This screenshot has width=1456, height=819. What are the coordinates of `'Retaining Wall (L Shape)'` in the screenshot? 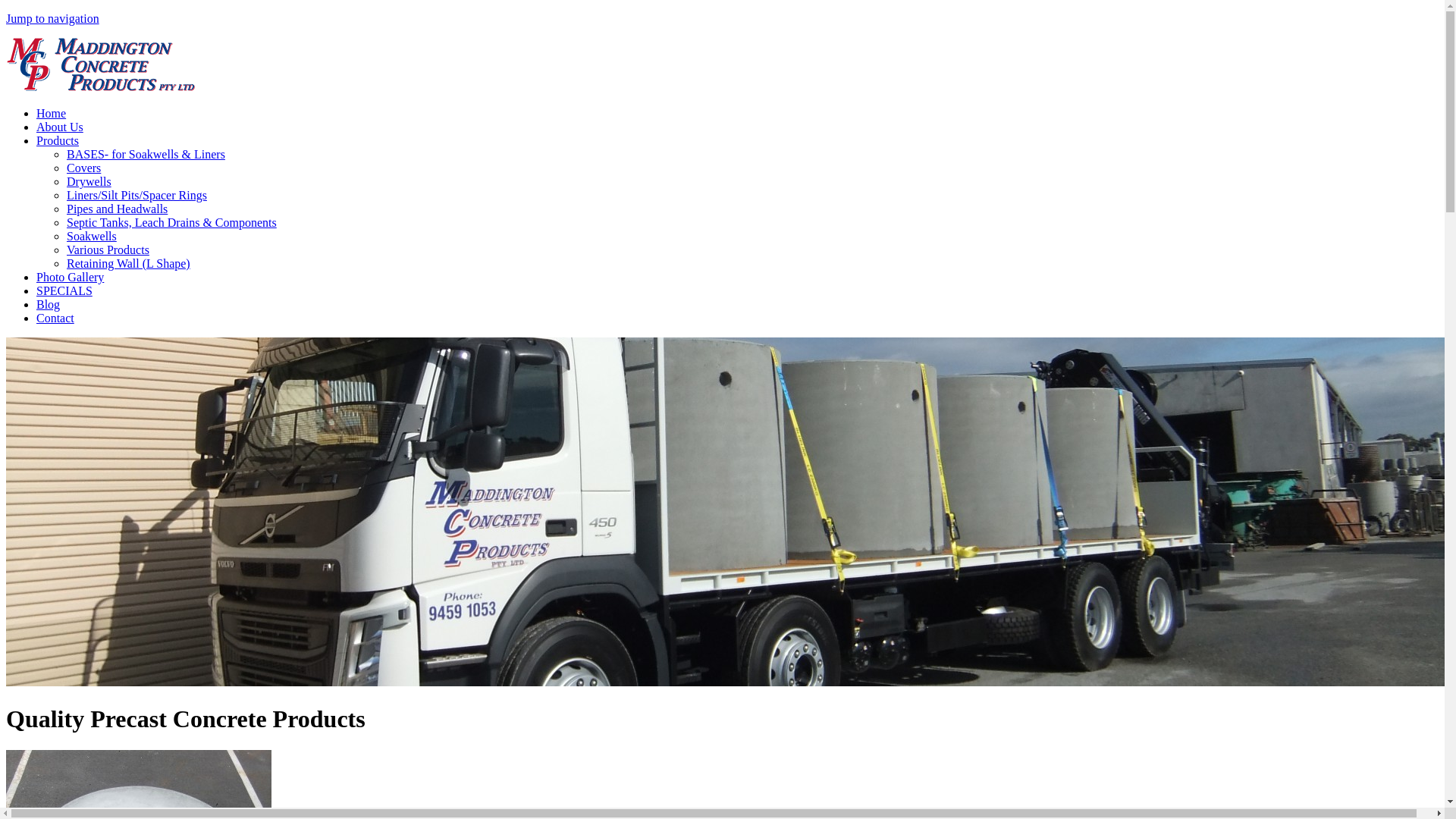 It's located at (128, 262).